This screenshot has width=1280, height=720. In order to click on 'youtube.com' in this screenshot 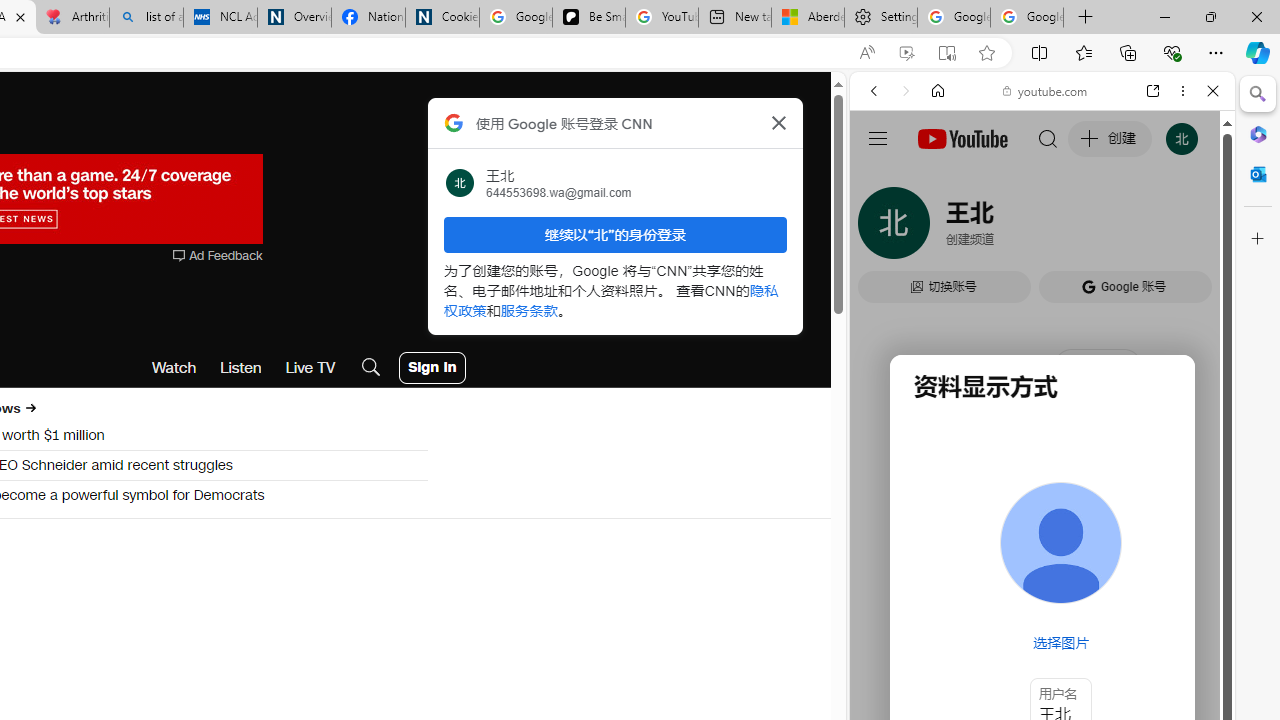, I will do `click(1045, 91)`.